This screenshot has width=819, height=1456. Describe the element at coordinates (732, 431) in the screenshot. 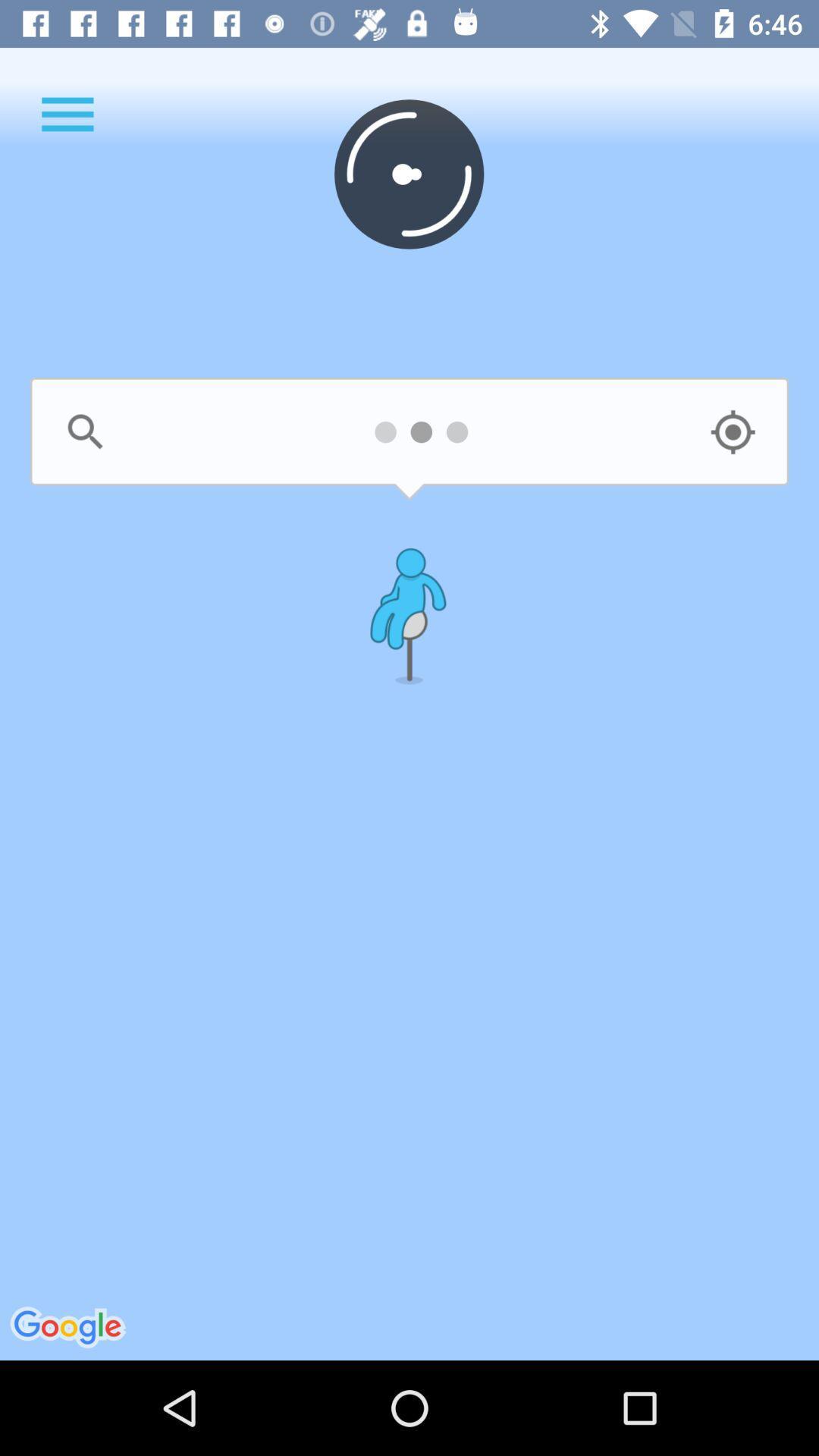

I see `the location_crosshair icon` at that location.